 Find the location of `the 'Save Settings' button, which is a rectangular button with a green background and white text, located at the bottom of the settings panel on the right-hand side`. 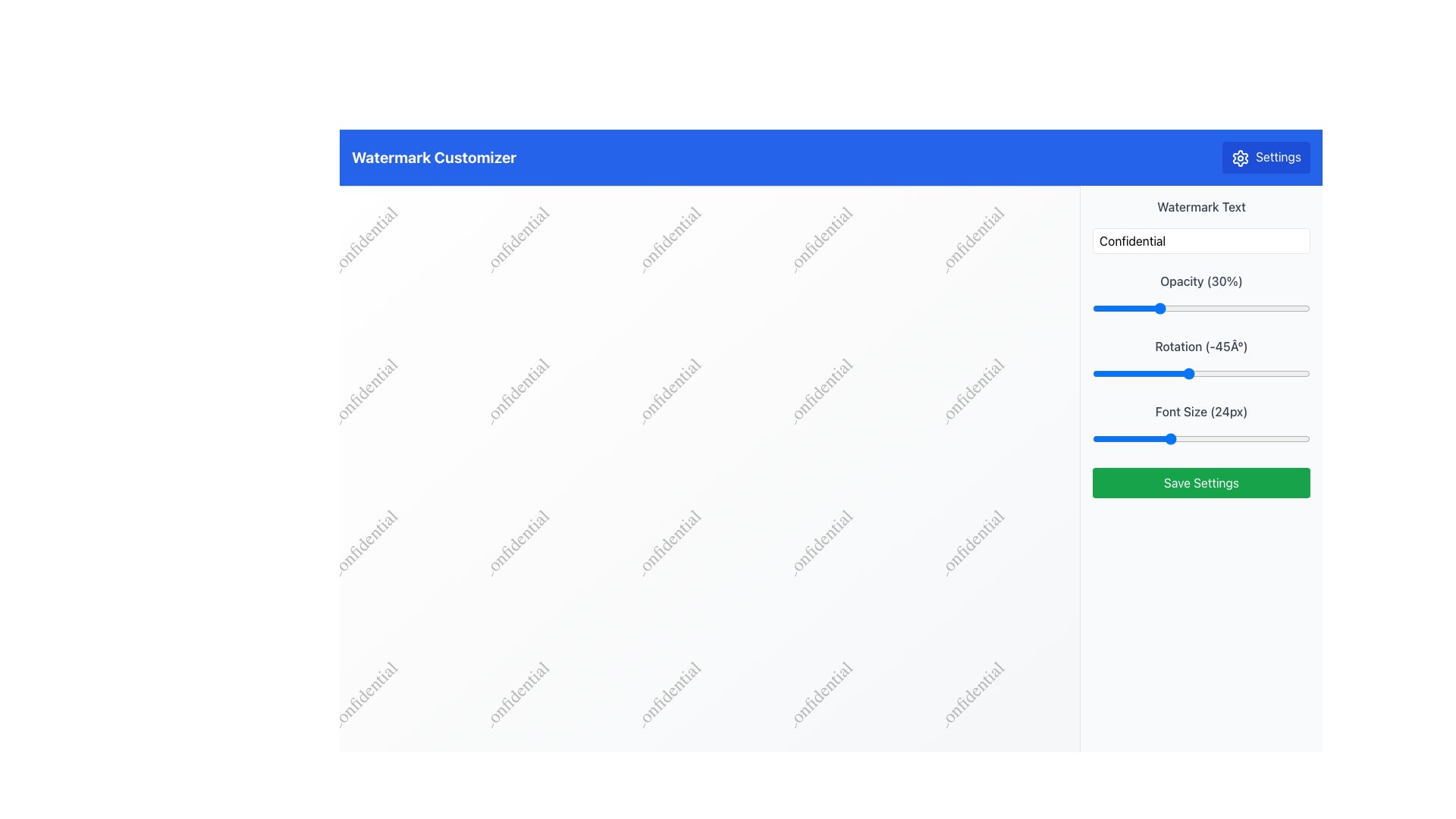

the 'Save Settings' button, which is a rectangular button with a green background and white text, located at the bottom of the settings panel on the right-hand side is located at coordinates (1200, 482).